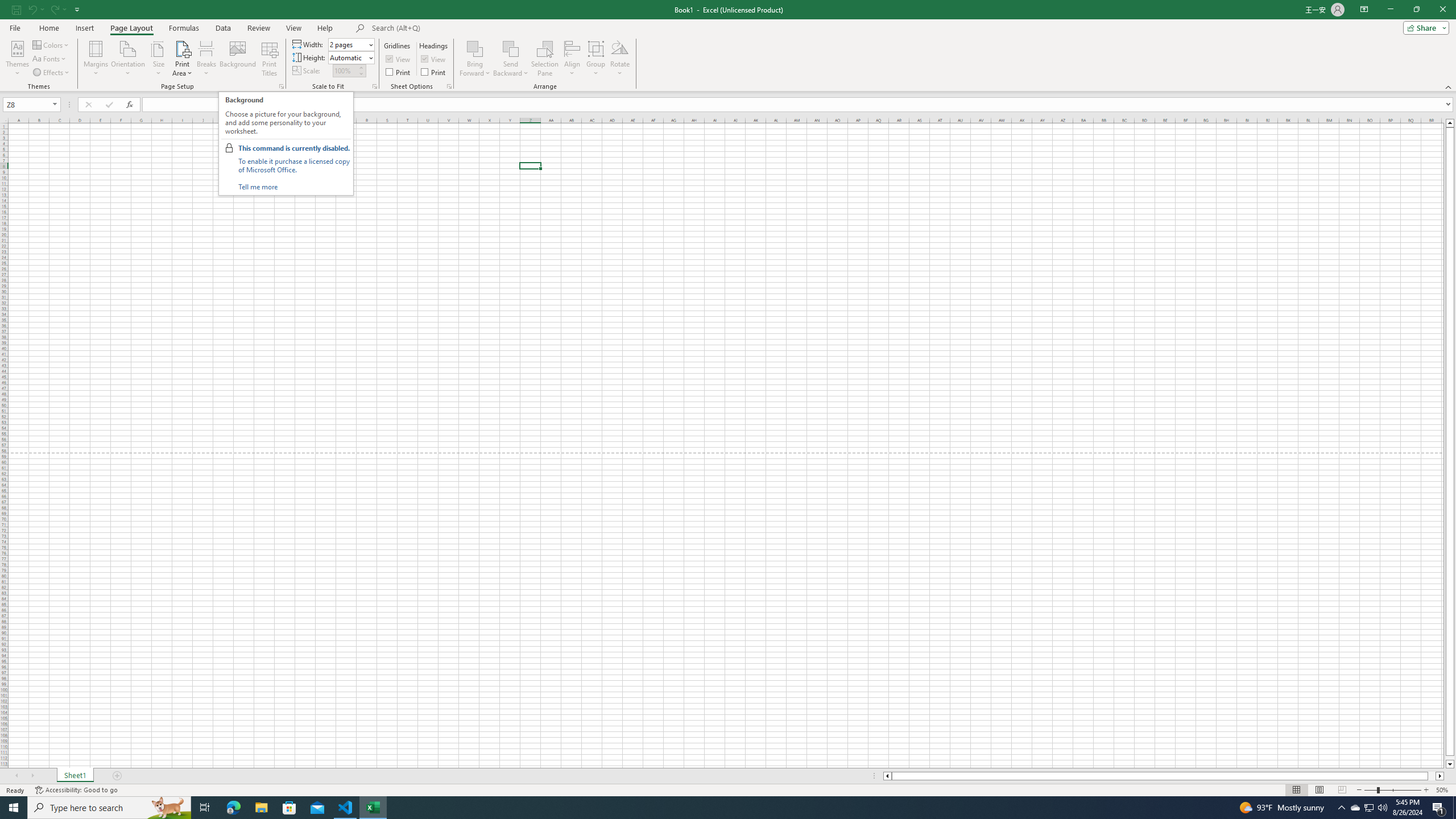  I want to click on 'Align', so click(572, 59).